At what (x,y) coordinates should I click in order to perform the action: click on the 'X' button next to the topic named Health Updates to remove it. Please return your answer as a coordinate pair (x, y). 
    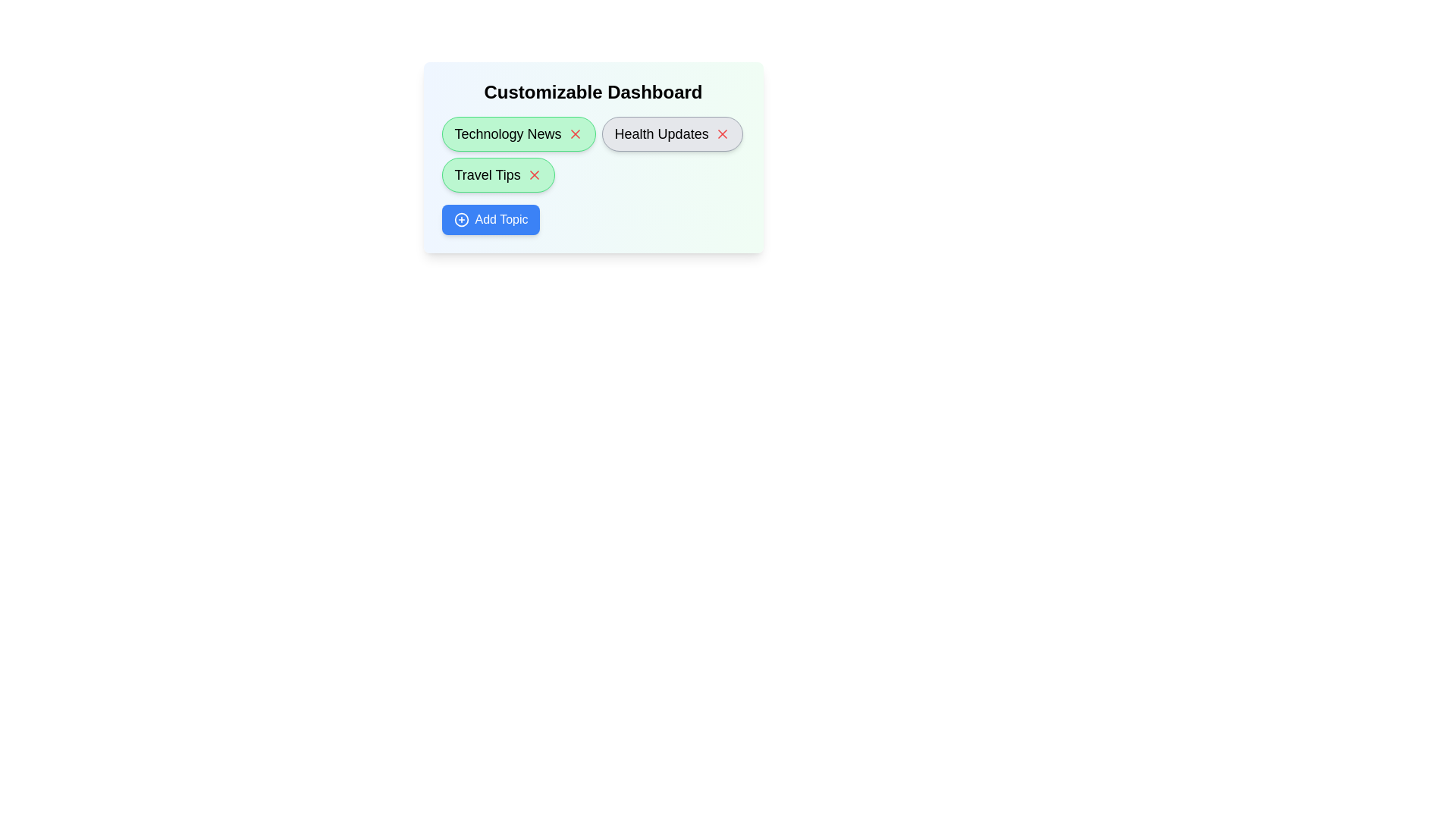
    Looking at the image, I should click on (721, 133).